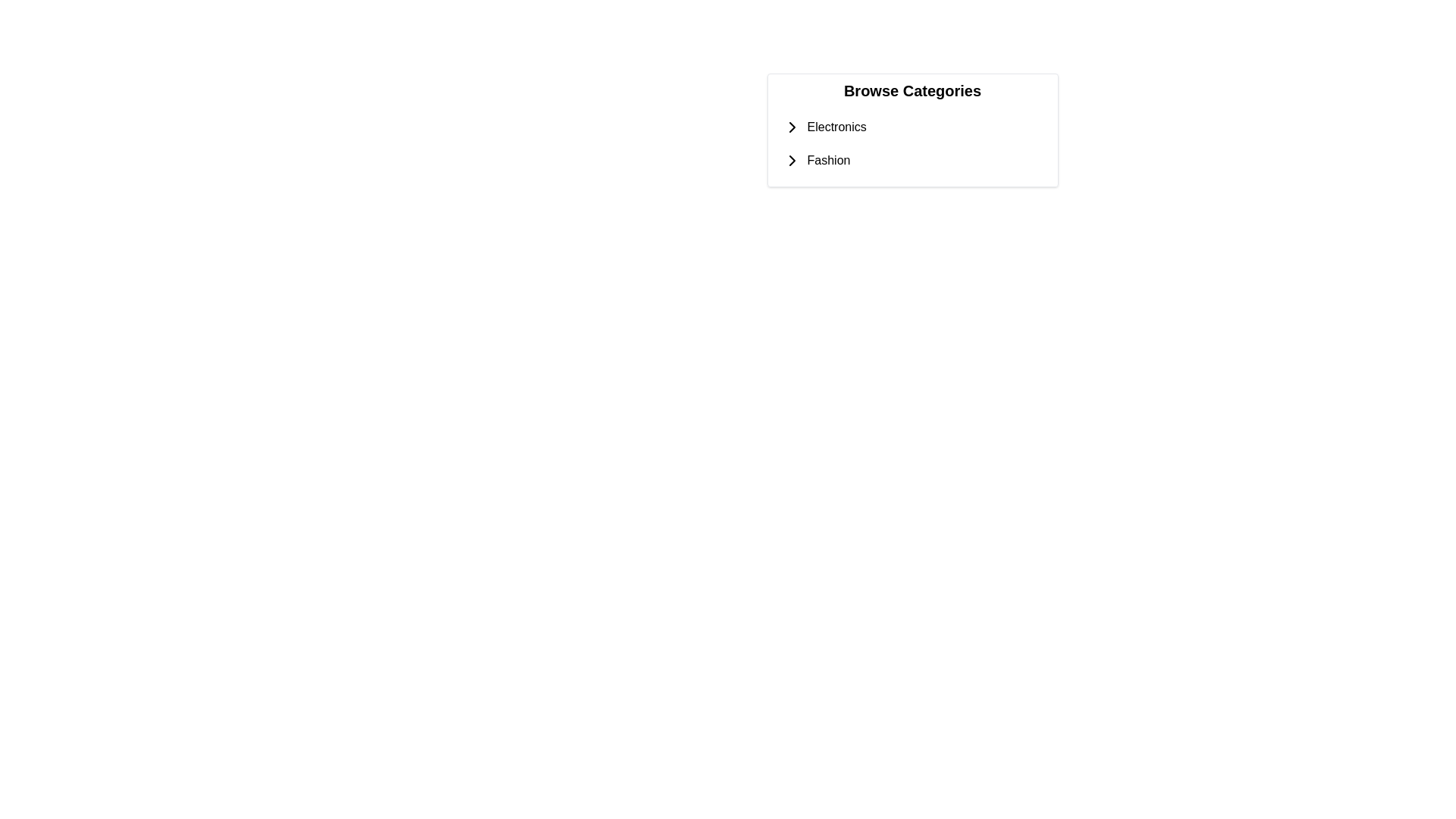 Image resolution: width=1456 pixels, height=819 pixels. Describe the element at coordinates (791, 161) in the screenshot. I see `the right-pointing chevron icon` at that location.